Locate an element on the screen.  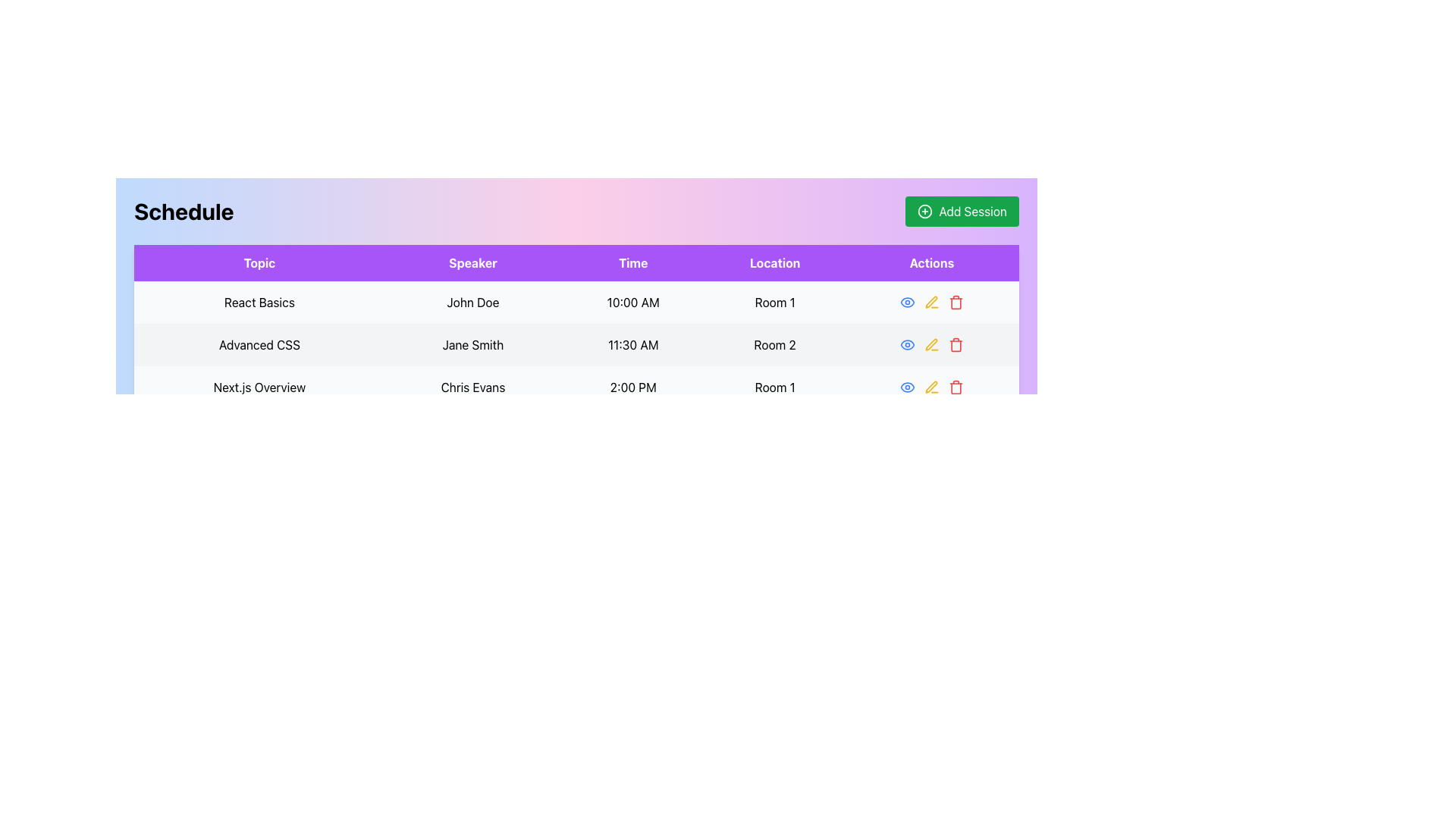
information displayed in the table row for the session titled 'Advanced CSS' presented by 'Jane Smith' at '11:30 AM' in 'Room 2' is located at coordinates (576, 345).